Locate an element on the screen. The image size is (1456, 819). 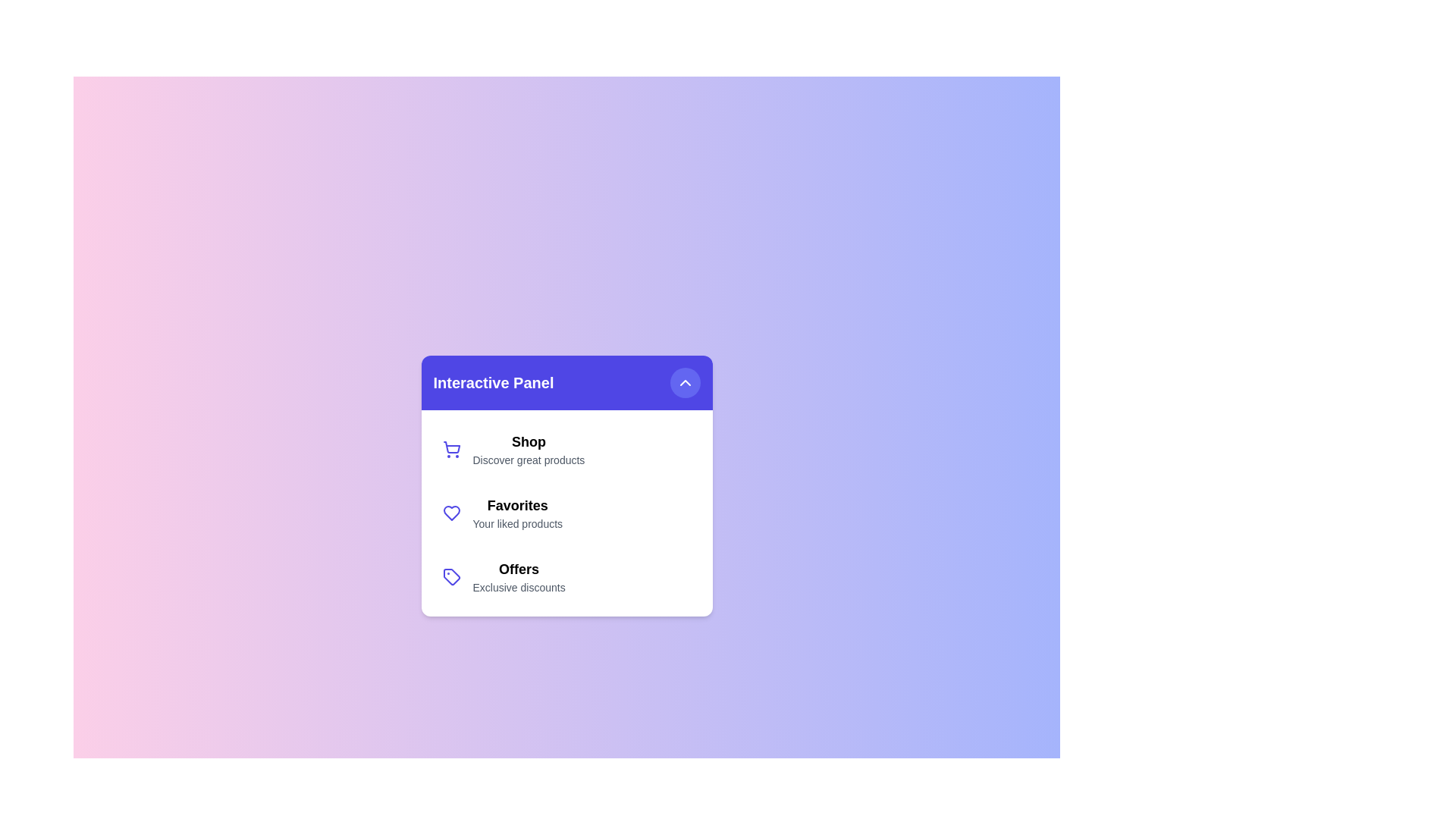
the menu item Shop is located at coordinates (566, 449).